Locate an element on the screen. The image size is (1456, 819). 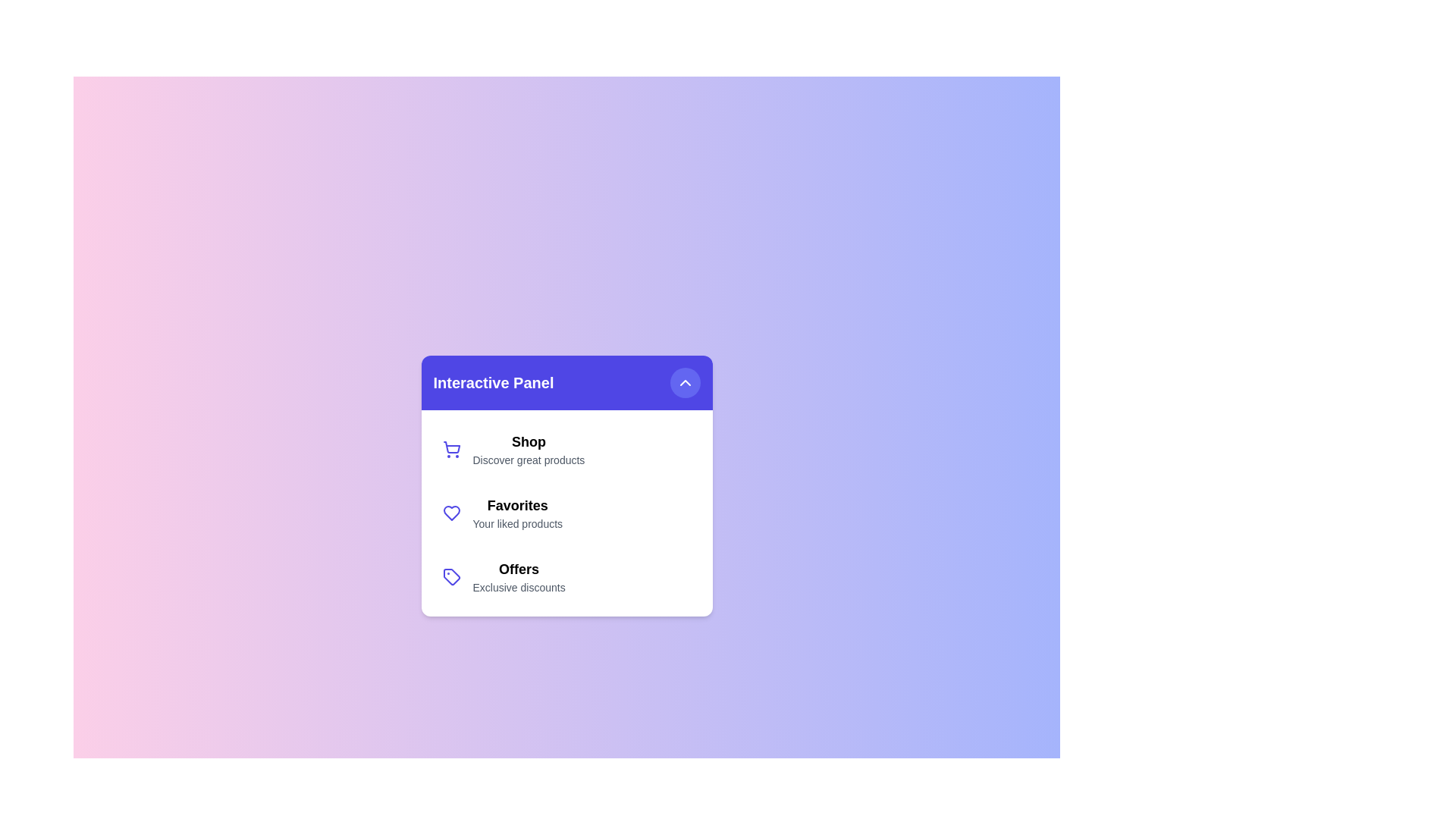
the menu item Shop is located at coordinates (566, 449).